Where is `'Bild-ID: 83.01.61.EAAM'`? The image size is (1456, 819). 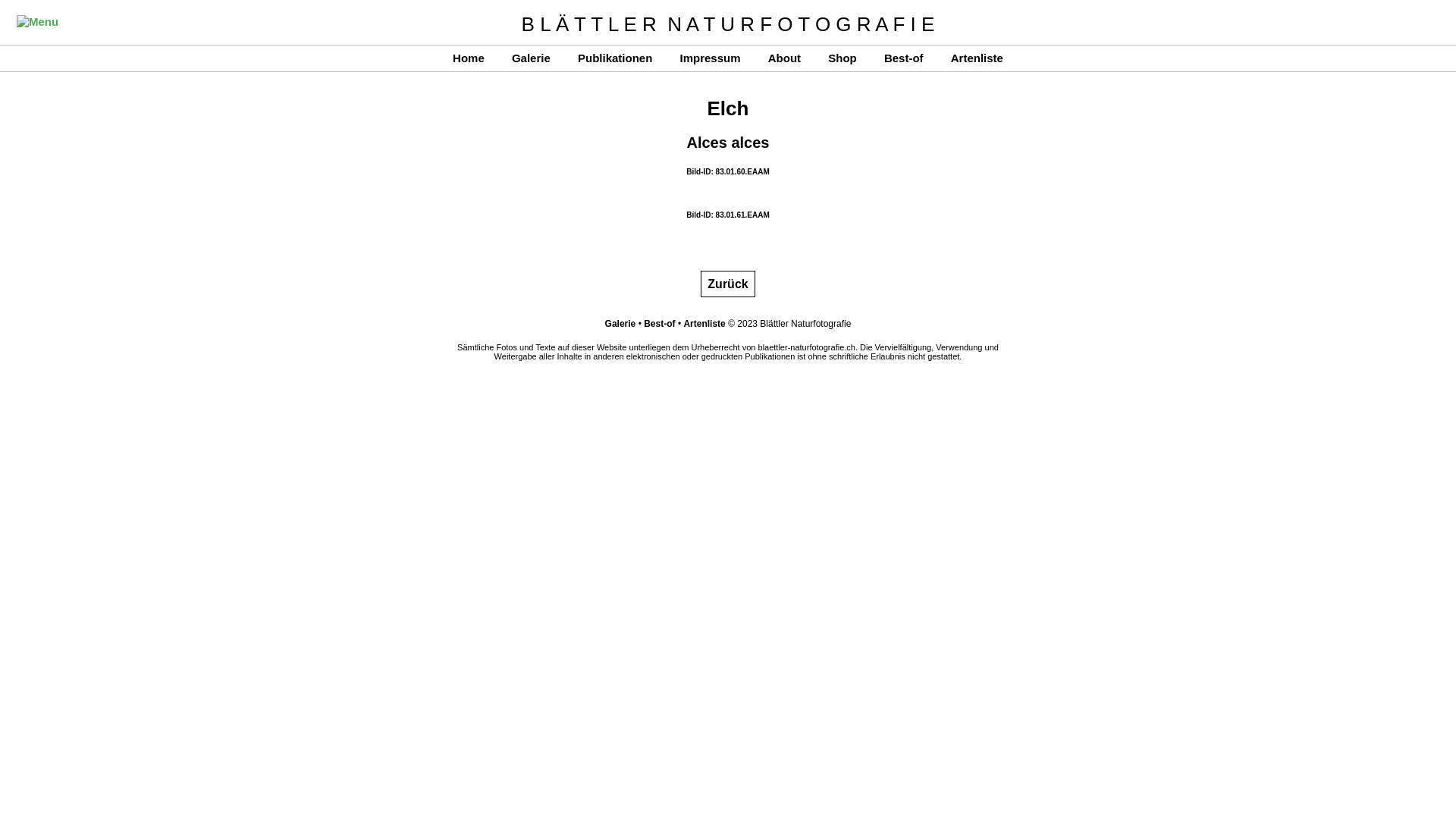 'Bild-ID: 83.01.61.EAAM' is located at coordinates (686, 215).